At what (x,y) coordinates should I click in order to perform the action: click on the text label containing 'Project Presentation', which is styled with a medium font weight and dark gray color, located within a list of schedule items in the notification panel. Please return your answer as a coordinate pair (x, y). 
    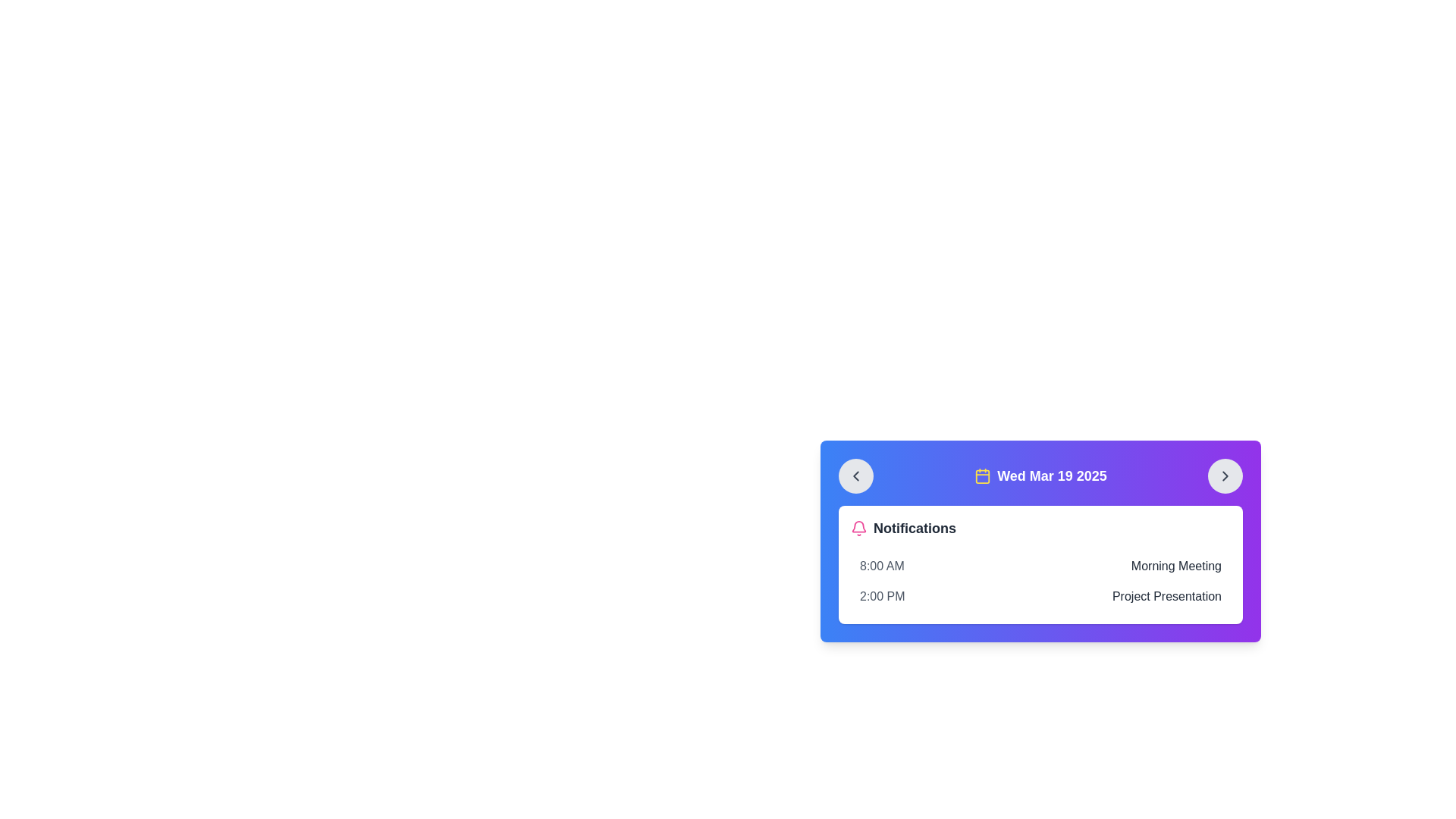
    Looking at the image, I should click on (1166, 595).